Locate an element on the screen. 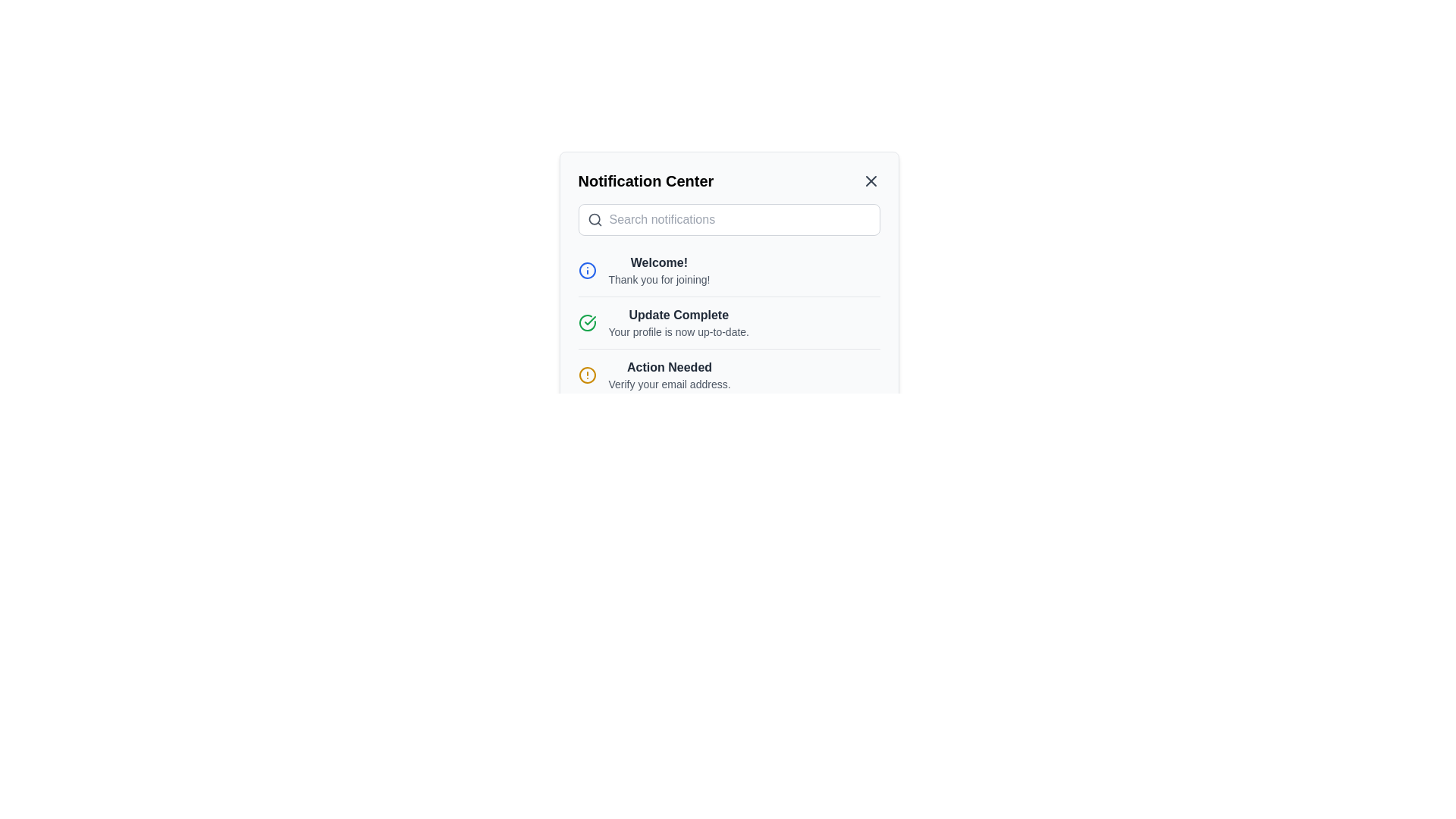 This screenshot has width=1456, height=819. the email verification notification item located in the Notification Center is located at coordinates (729, 375).